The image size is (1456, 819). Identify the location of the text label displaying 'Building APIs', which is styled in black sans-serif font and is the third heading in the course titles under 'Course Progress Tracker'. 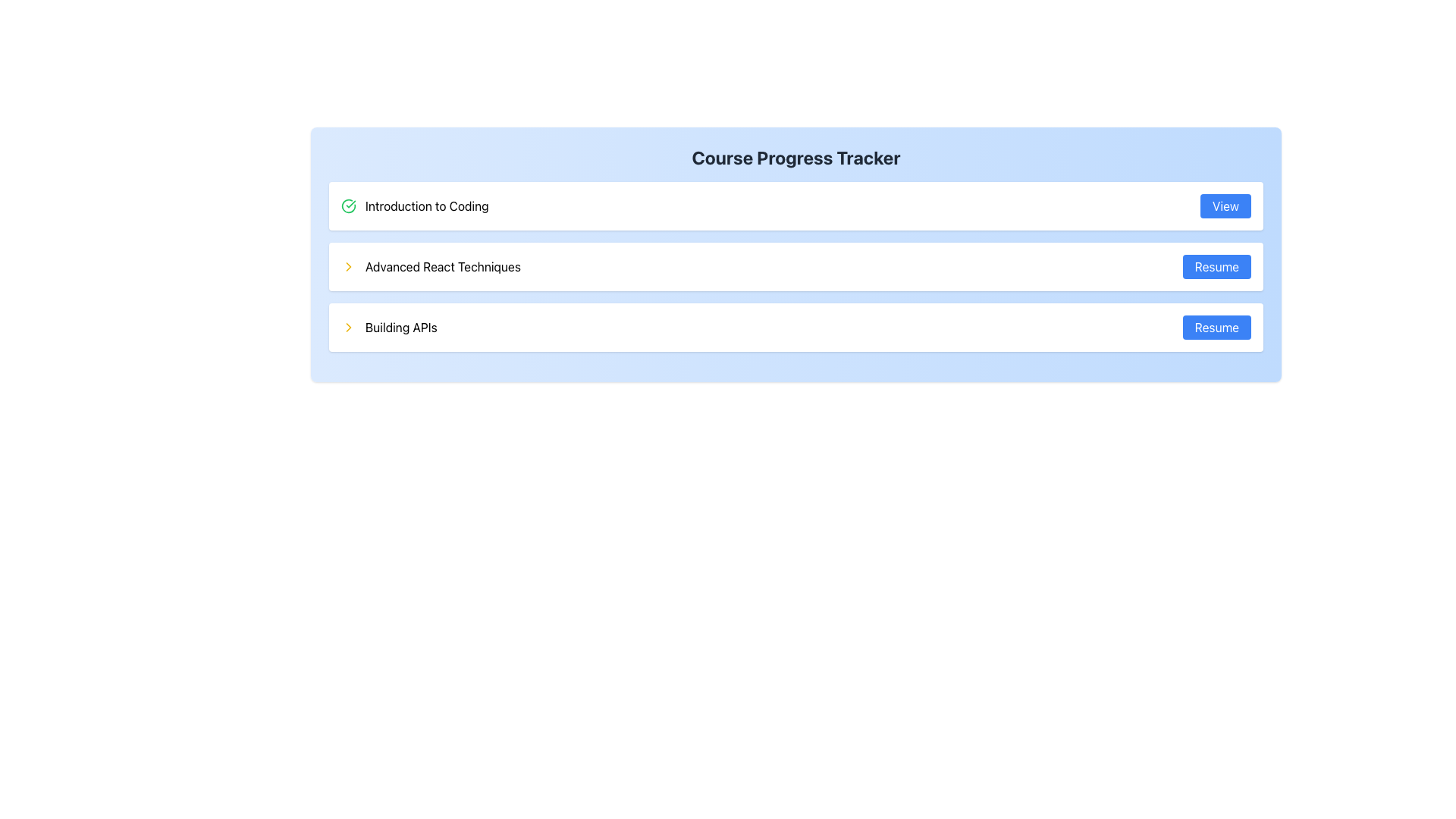
(401, 327).